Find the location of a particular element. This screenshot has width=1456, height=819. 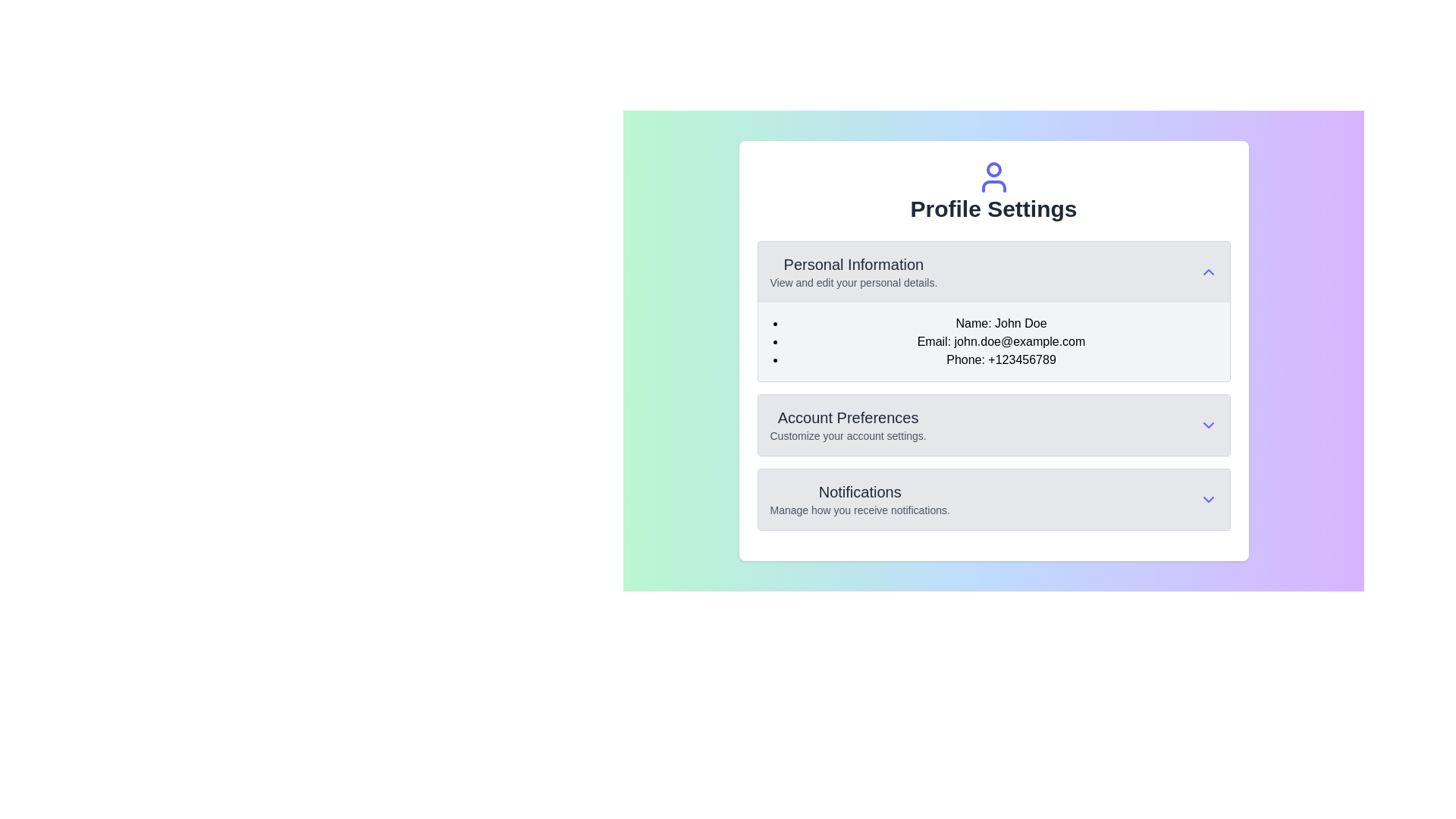

the 'Account Preferences' expandable list item is located at coordinates (993, 425).